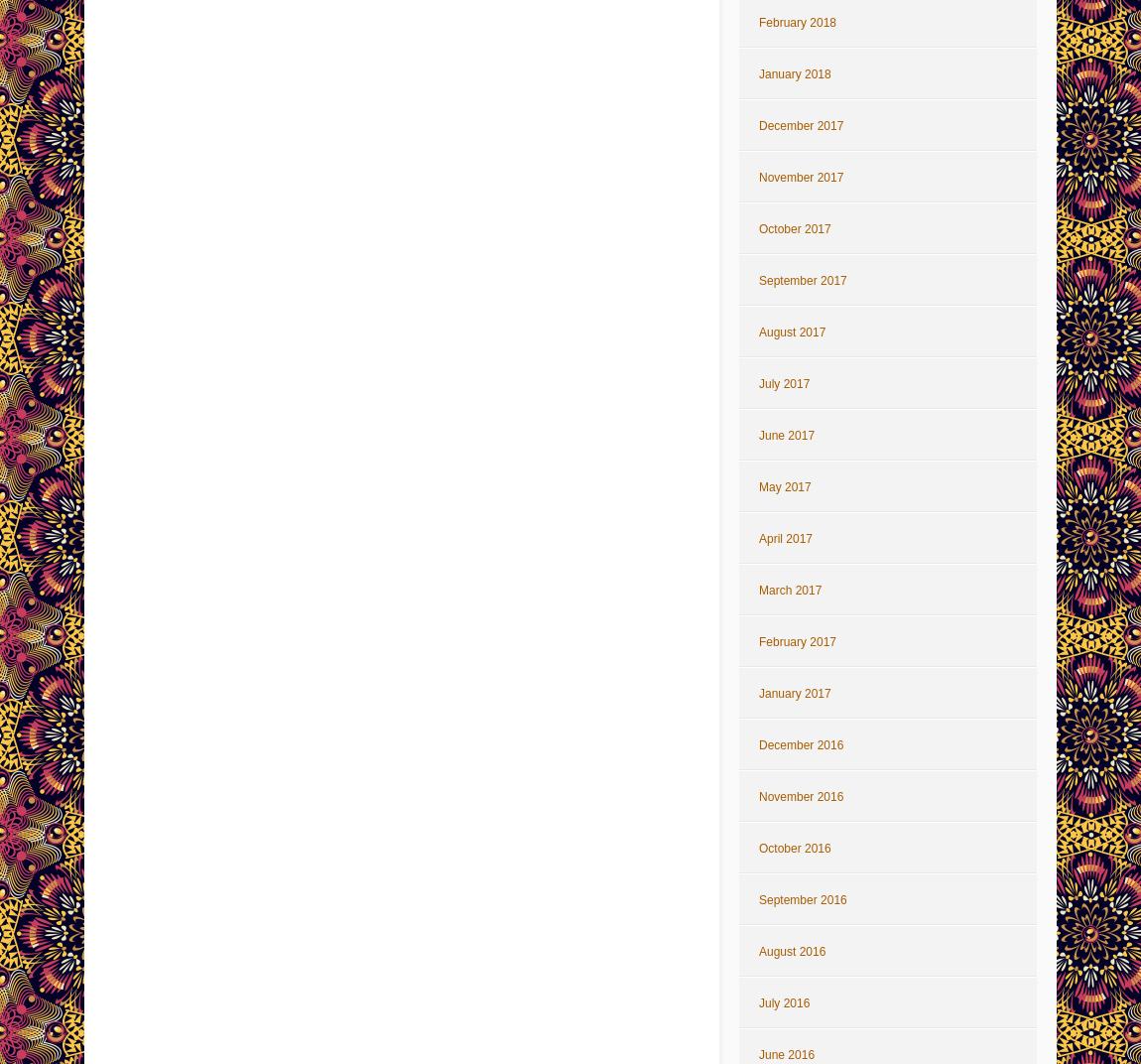  What do you see at coordinates (783, 1003) in the screenshot?
I see `'July 2016'` at bounding box center [783, 1003].